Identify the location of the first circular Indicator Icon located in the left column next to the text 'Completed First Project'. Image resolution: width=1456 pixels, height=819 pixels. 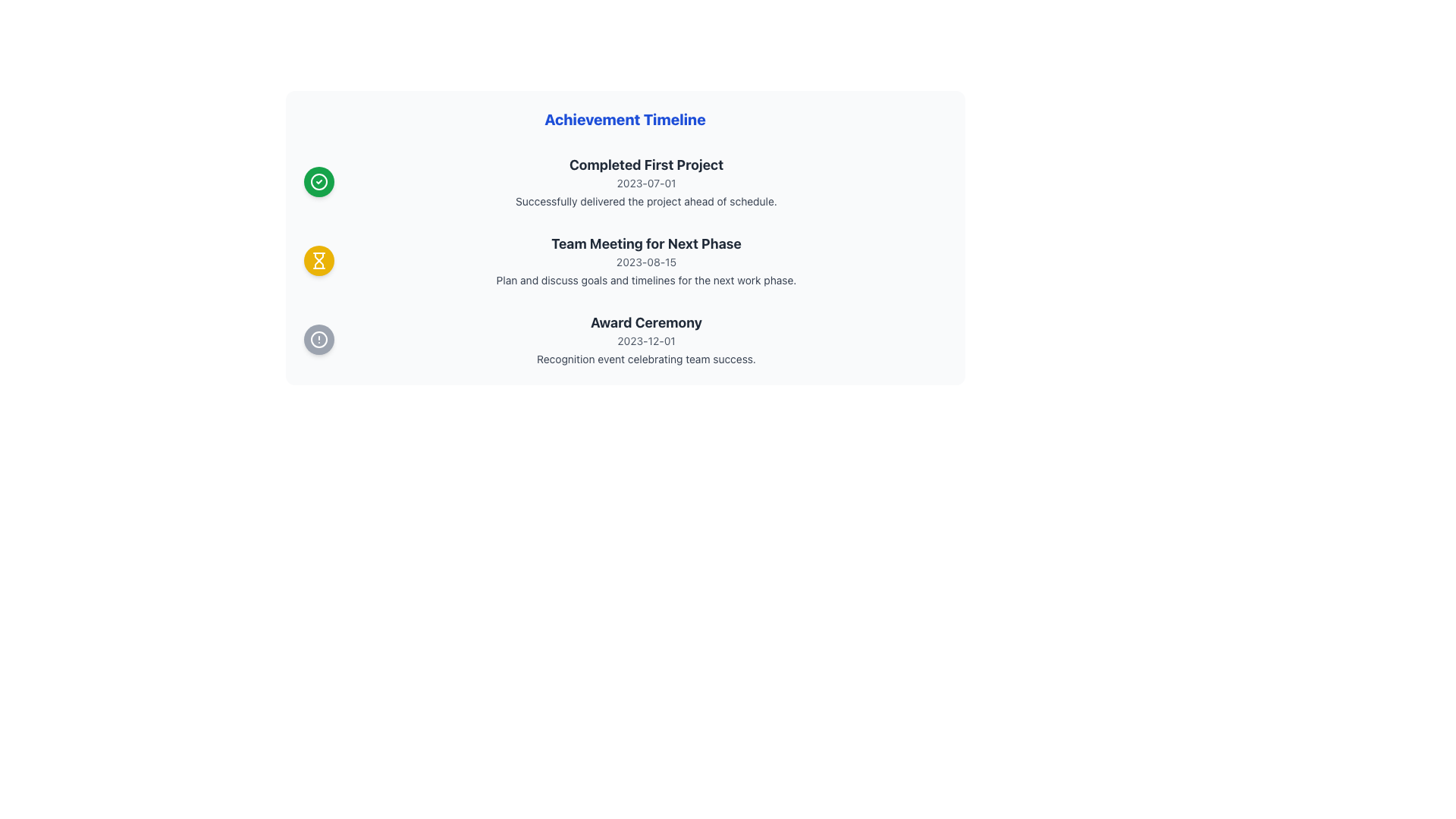
(318, 180).